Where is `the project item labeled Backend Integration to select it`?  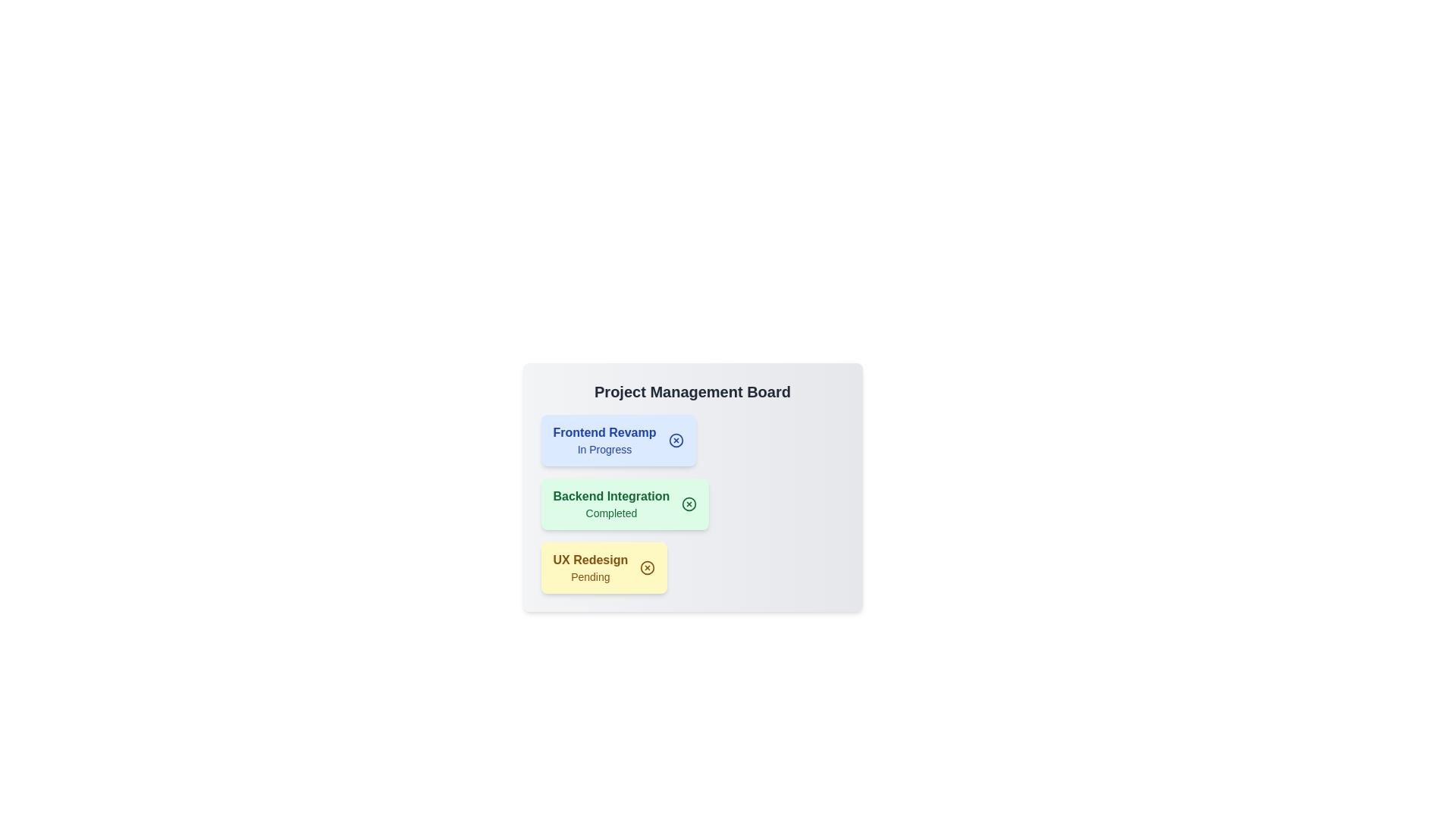 the project item labeled Backend Integration to select it is located at coordinates (611, 504).